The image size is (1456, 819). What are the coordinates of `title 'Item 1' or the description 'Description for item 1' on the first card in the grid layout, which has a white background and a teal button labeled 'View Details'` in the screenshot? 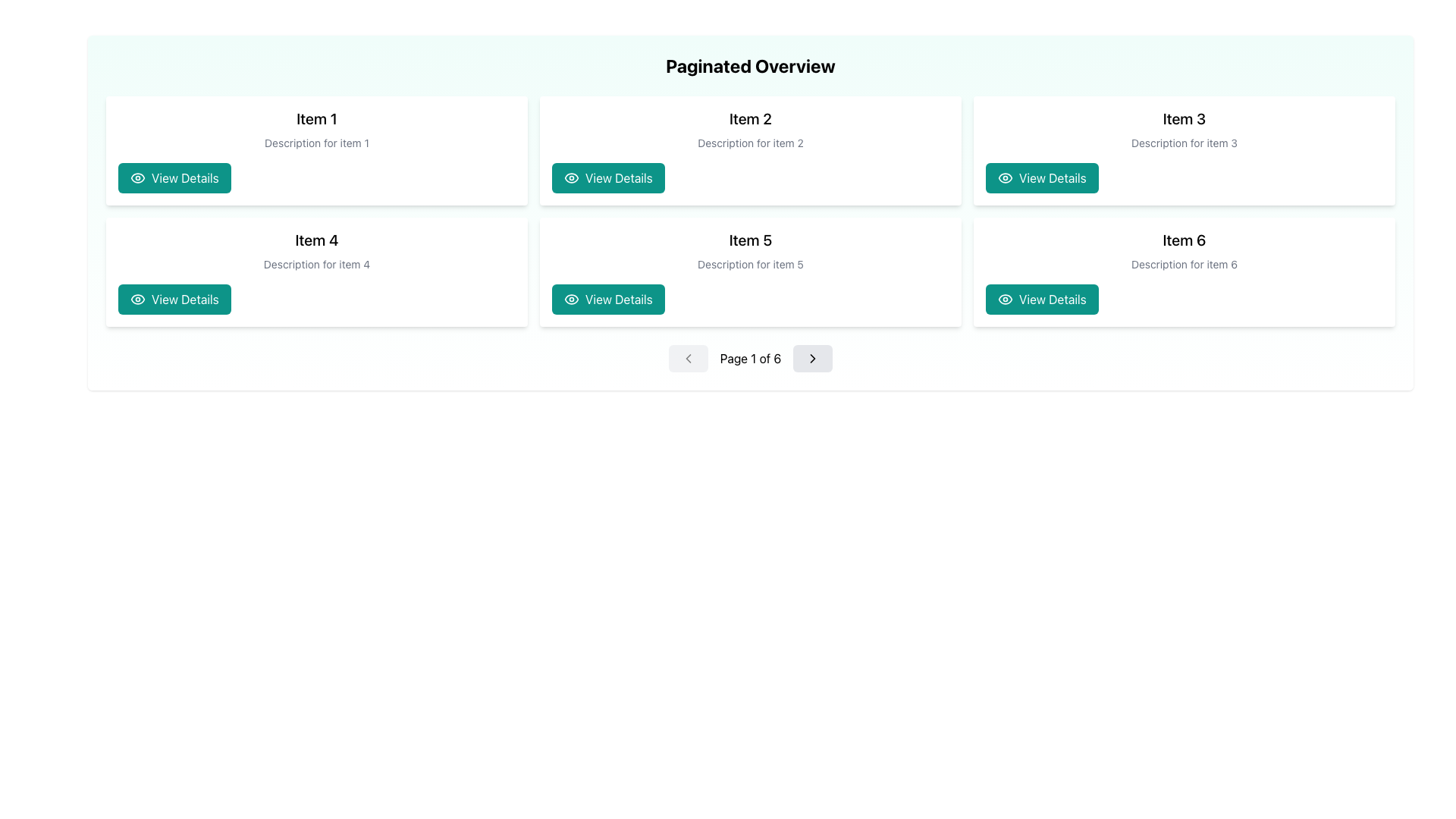 It's located at (315, 151).